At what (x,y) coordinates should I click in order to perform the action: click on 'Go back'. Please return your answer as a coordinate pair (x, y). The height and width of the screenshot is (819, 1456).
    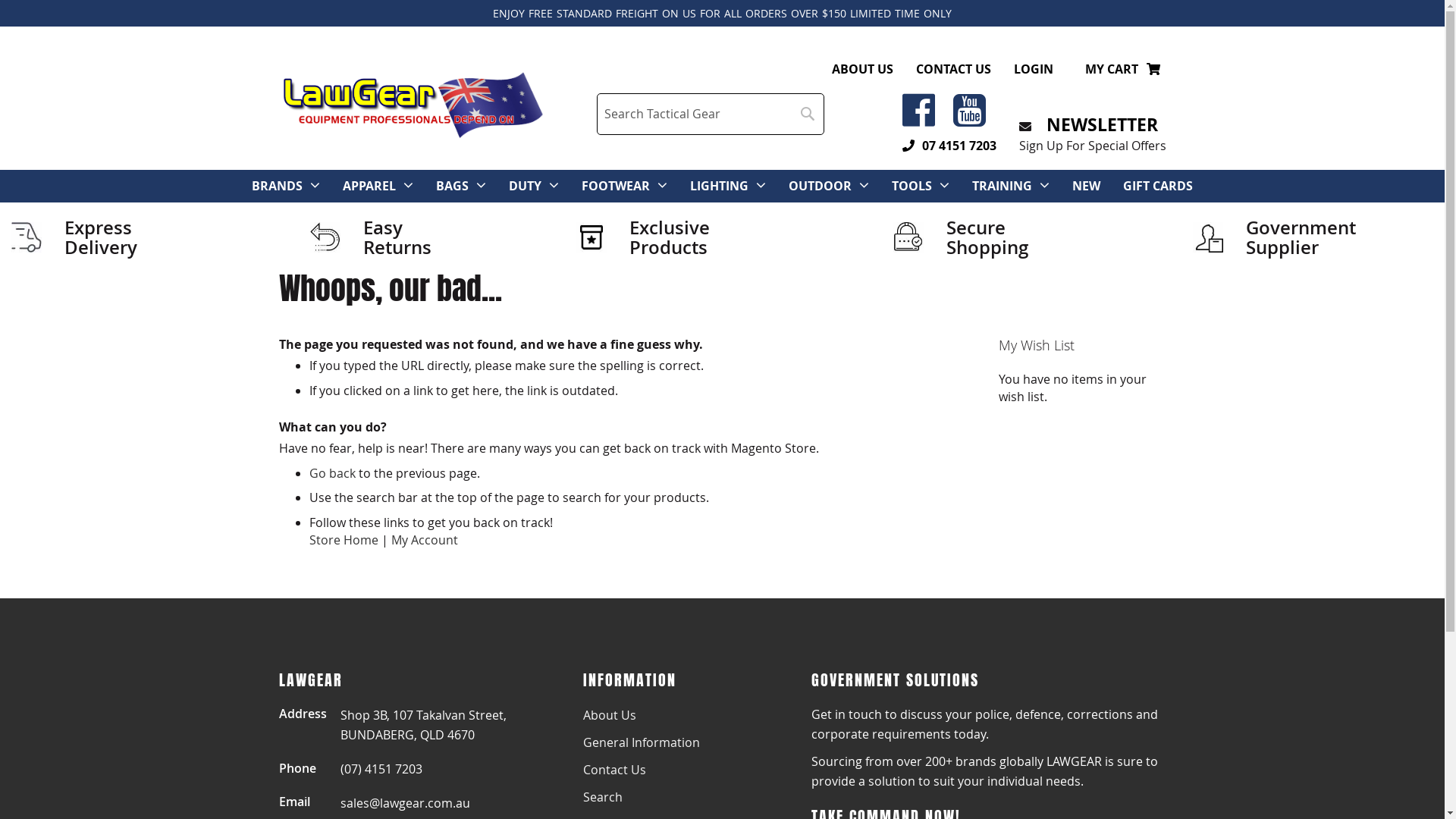
    Looking at the image, I should click on (331, 472).